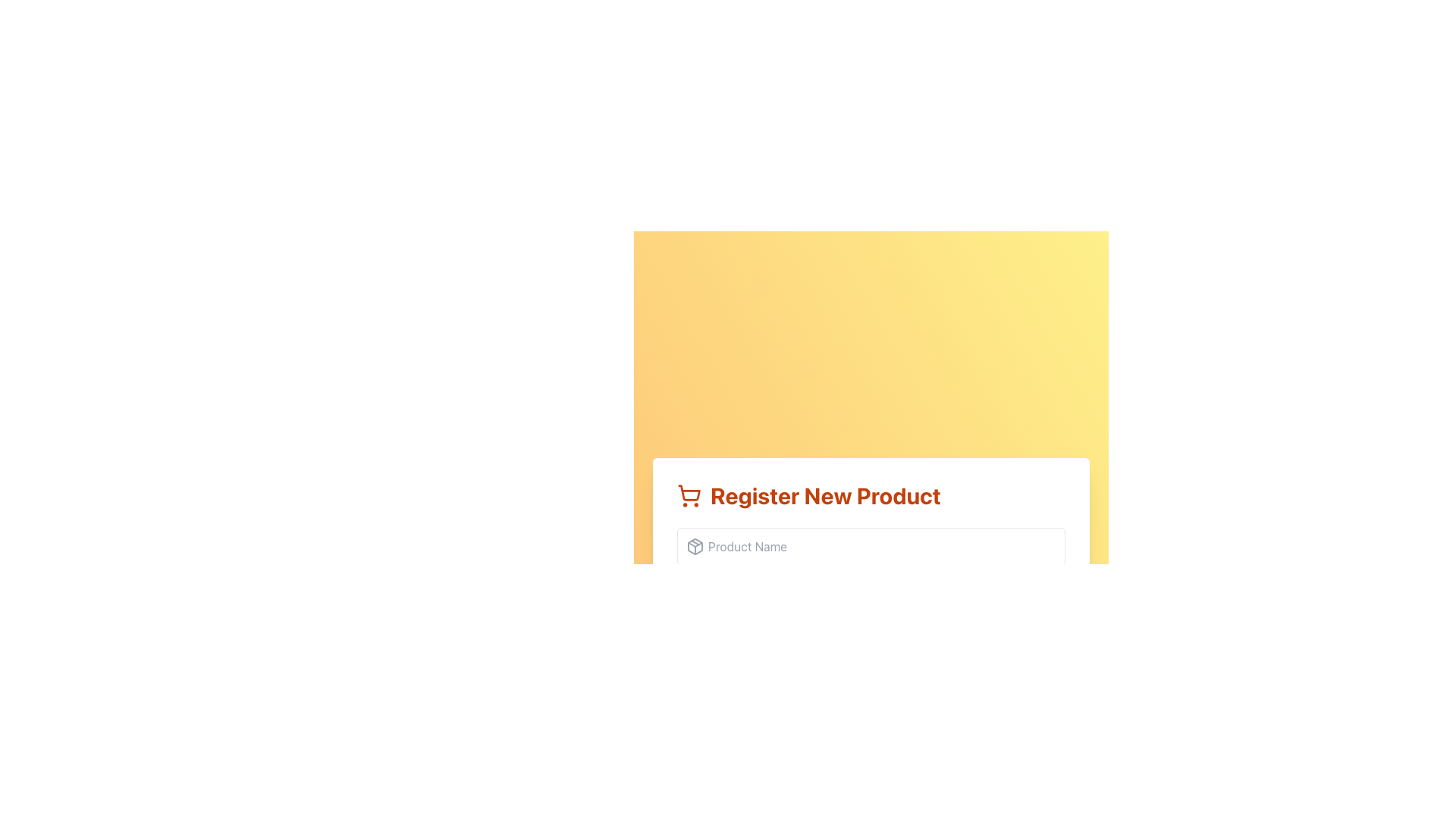 This screenshot has width=1456, height=819. Describe the element at coordinates (694, 546) in the screenshot. I see `the gray-colored package icon located to the left of the 'Product Name' input field in the 'Register New Product' form` at that location.